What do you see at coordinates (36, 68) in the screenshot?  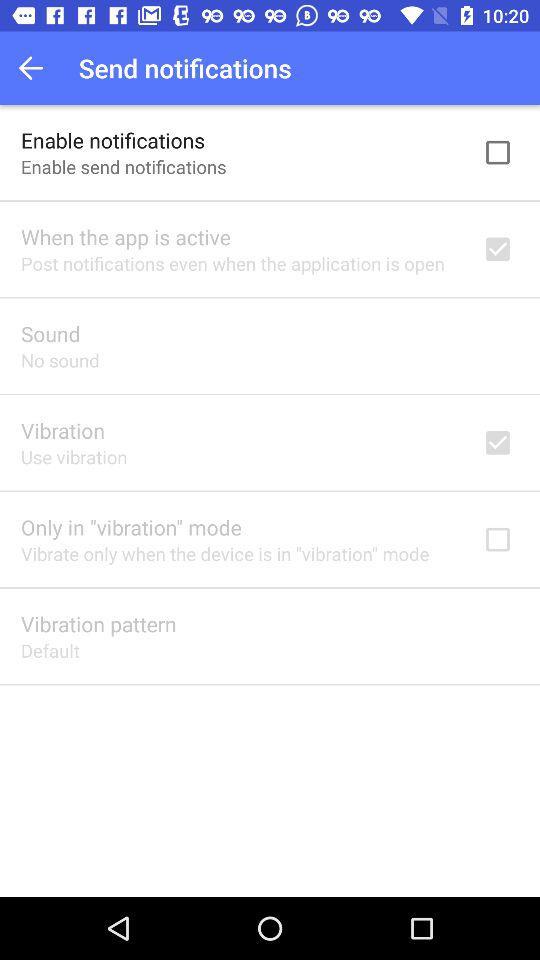 I see `item next to send notifications` at bounding box center [36, 68].